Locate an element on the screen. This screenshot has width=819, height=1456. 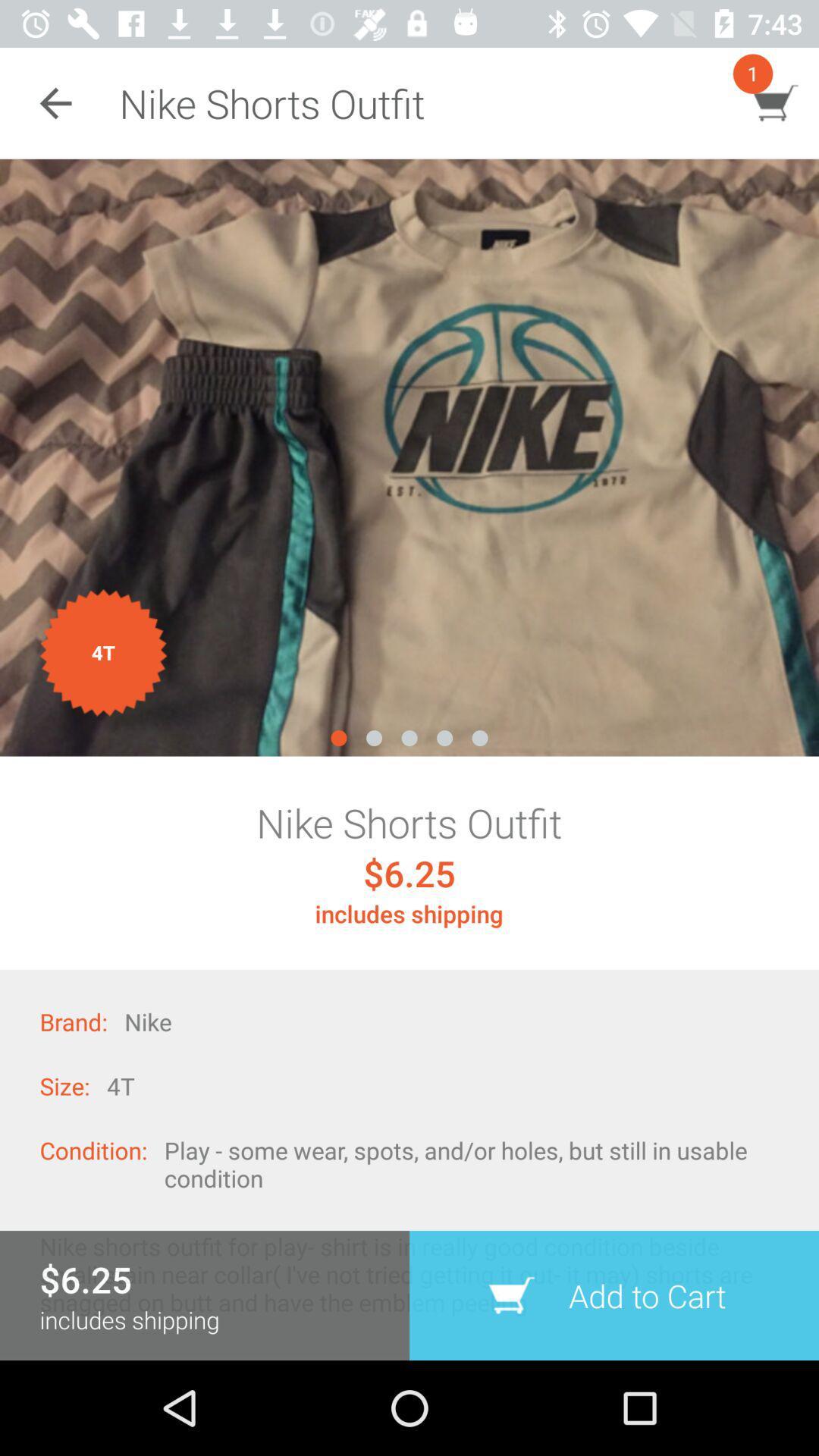
icon above the nike shorts outfit item is located at coordinates (409, 457).